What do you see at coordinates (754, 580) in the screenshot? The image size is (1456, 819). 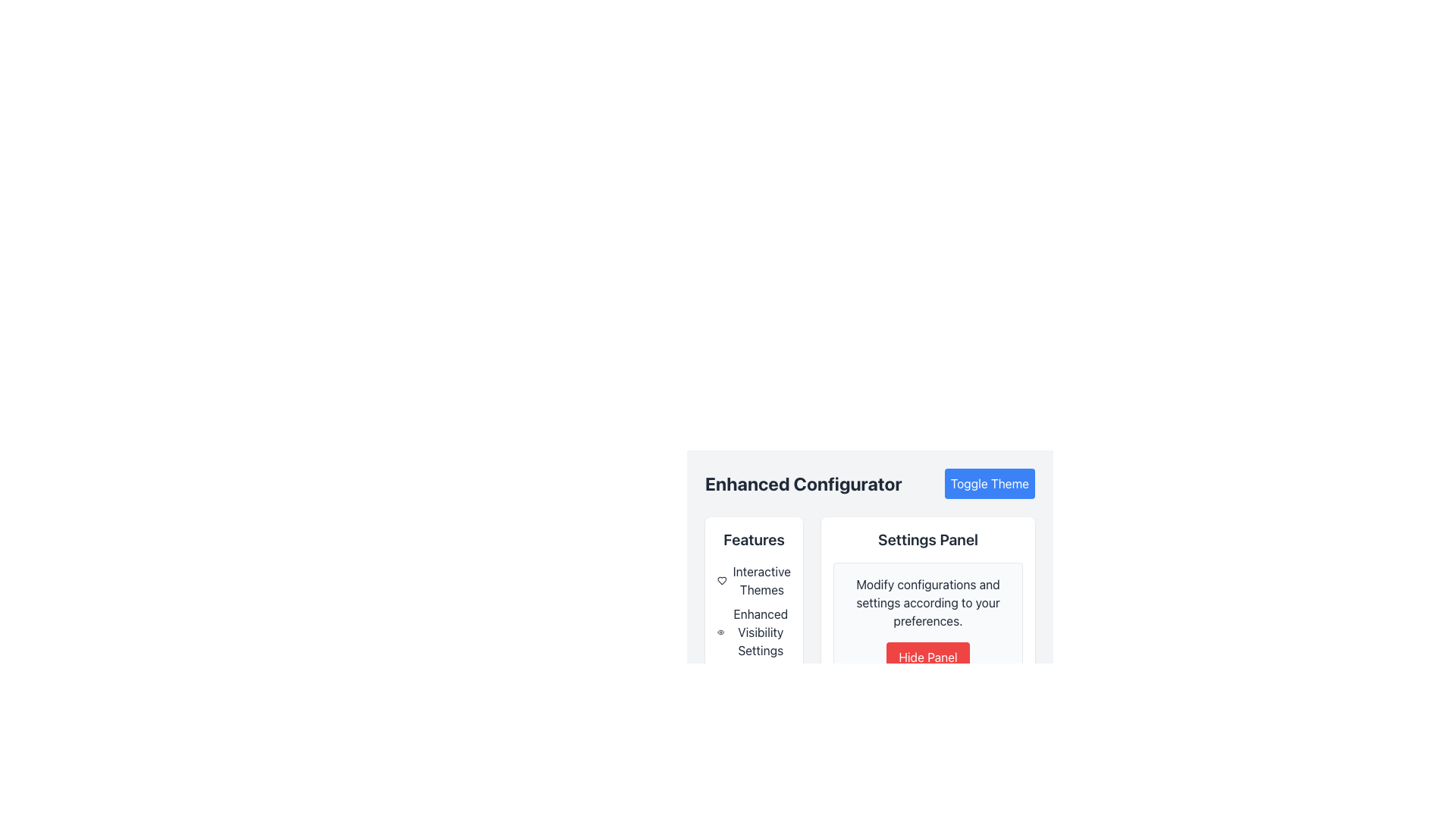 I see `the 'Interactive Themes' text label with heart icon located under the 'Features' section in the left panel` at bounding box center [754, 580].